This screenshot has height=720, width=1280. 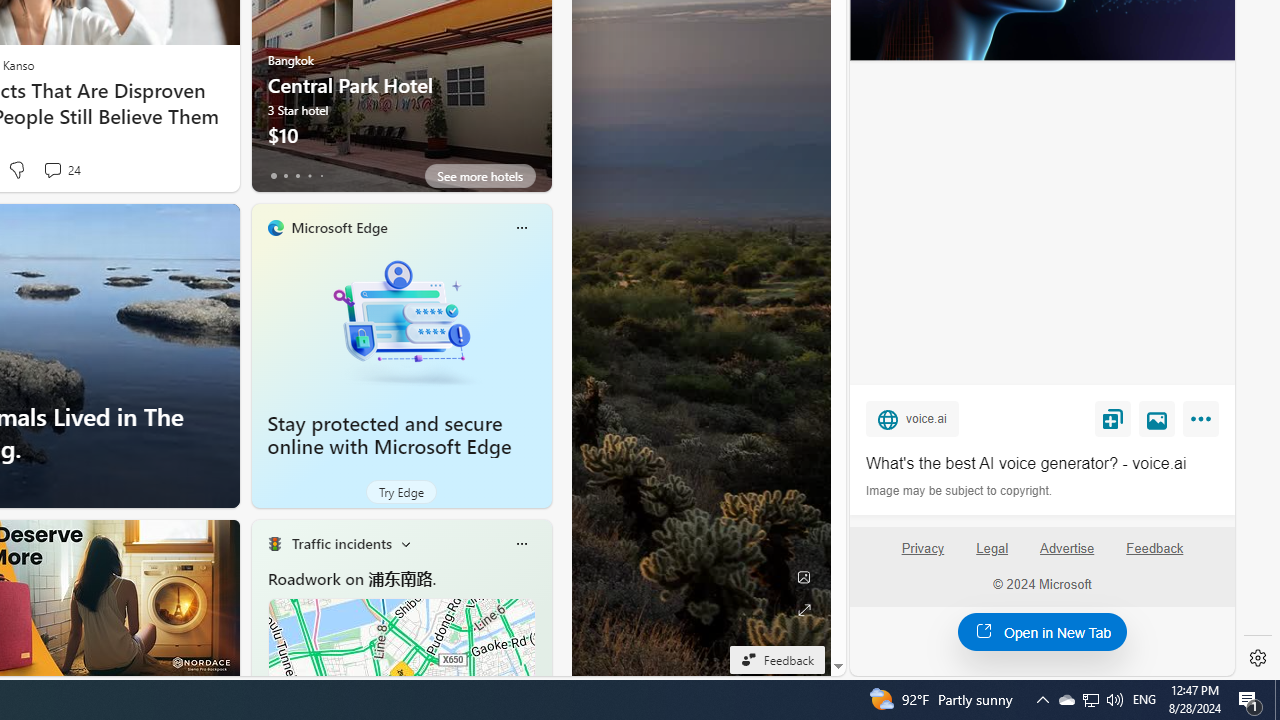 I want to click on 'Advertise', so click(x=1065, y=548).